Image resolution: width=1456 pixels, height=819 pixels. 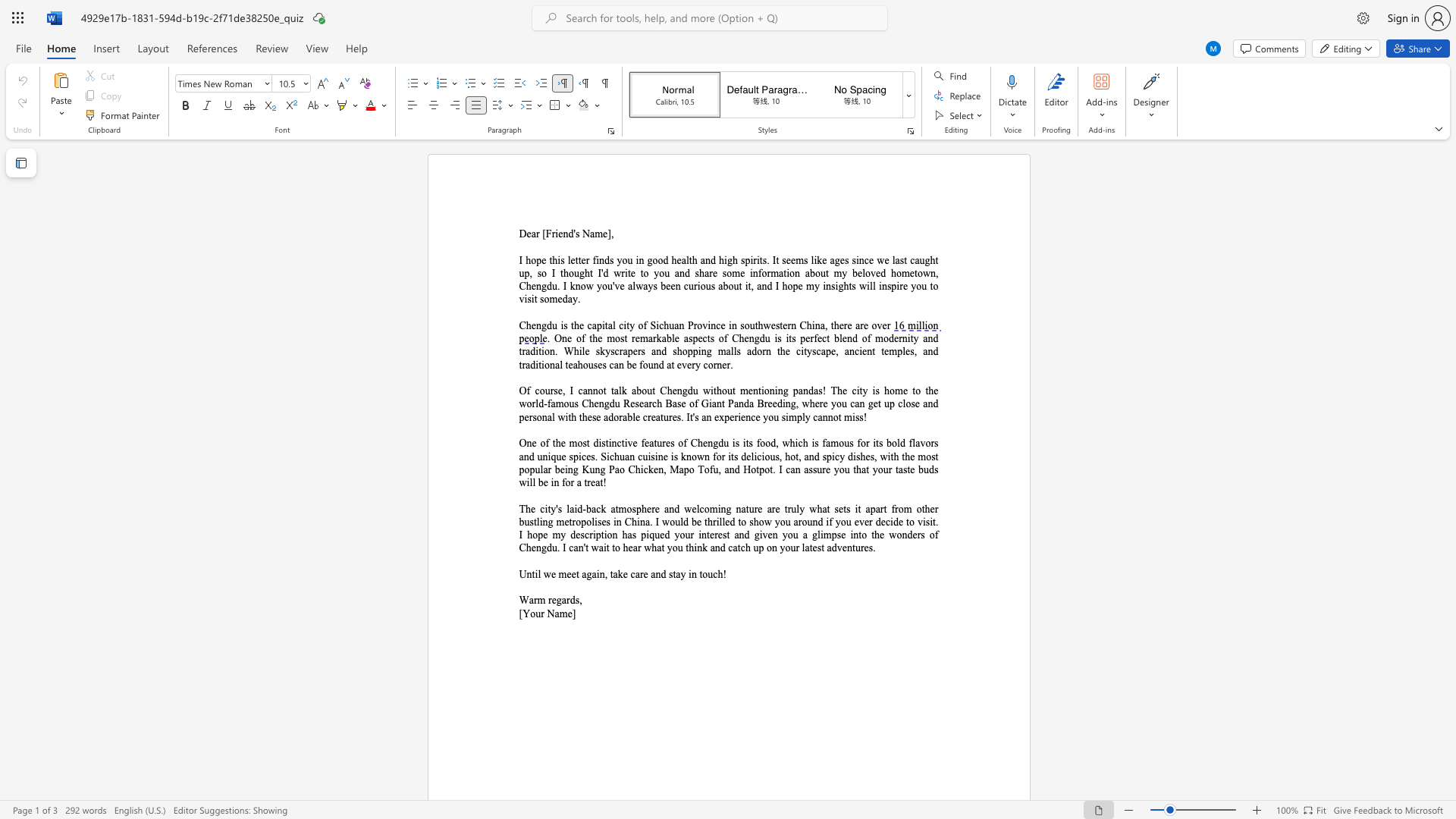 What do you see at coordinates (532, 574) in the screenshot?
I see `the subset text "til we meet again, tak" within the text "Until we meet again, take"` at bounding box center [532, 574].